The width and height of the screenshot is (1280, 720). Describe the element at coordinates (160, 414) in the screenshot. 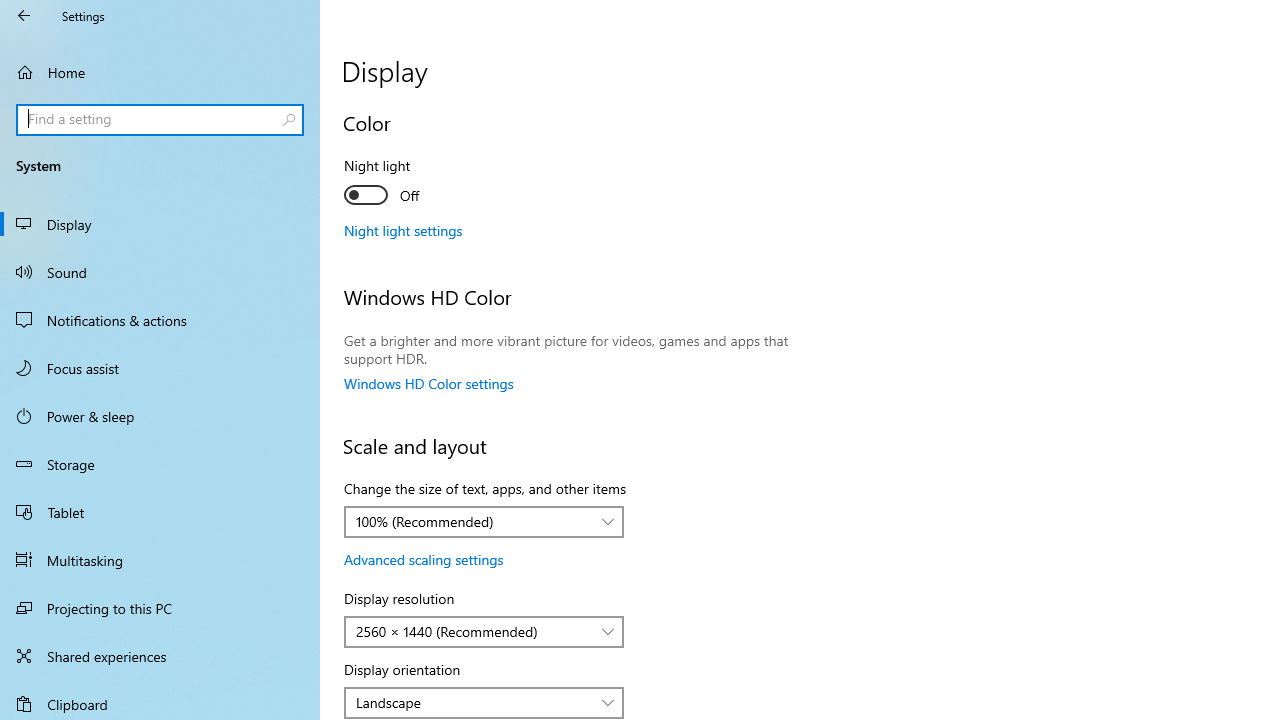

I see `'Power & sleep'` at that location.